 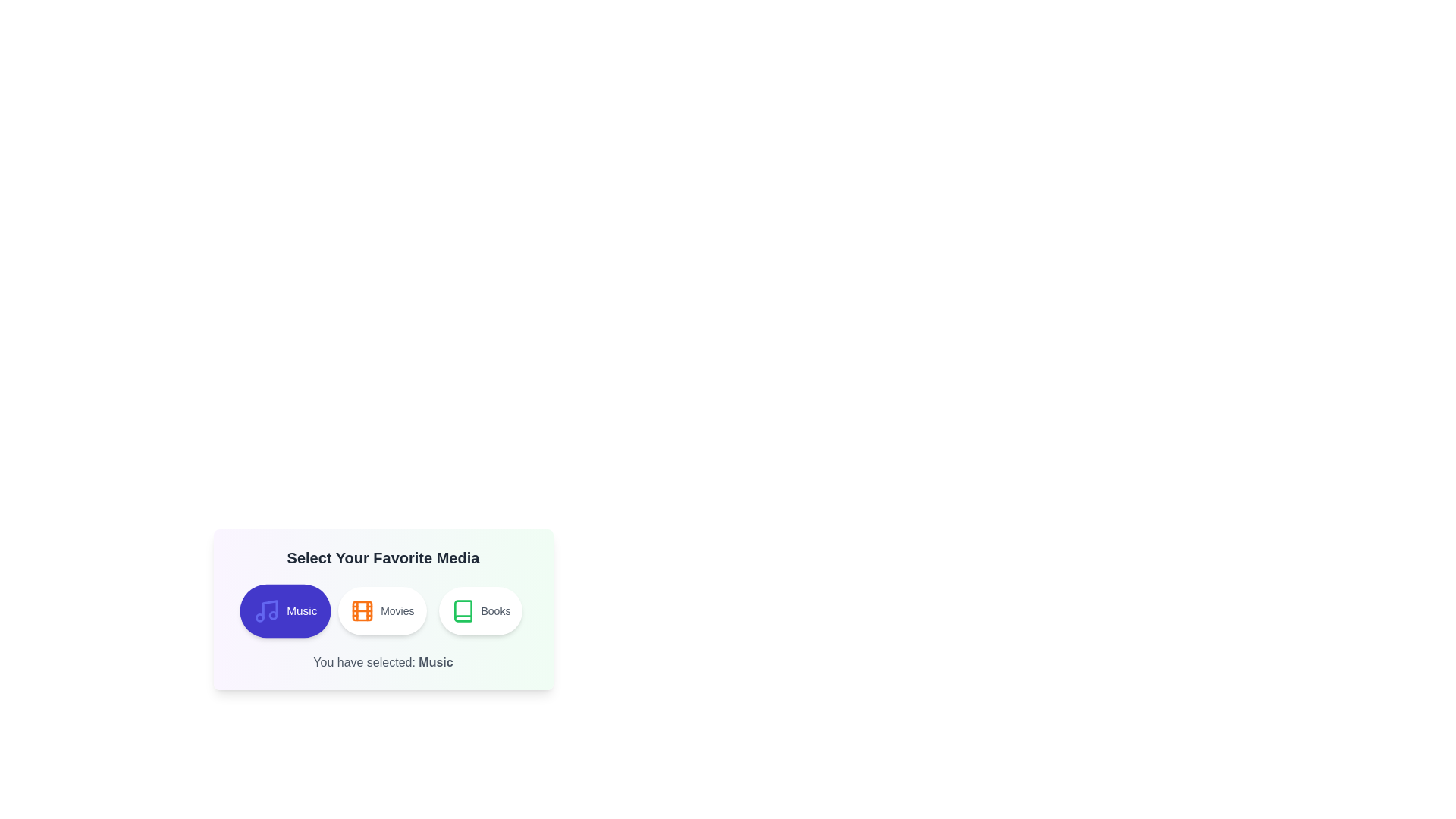 I want to click on the button corresponding to the media type Movies to select it, so click(x=382, y=610).